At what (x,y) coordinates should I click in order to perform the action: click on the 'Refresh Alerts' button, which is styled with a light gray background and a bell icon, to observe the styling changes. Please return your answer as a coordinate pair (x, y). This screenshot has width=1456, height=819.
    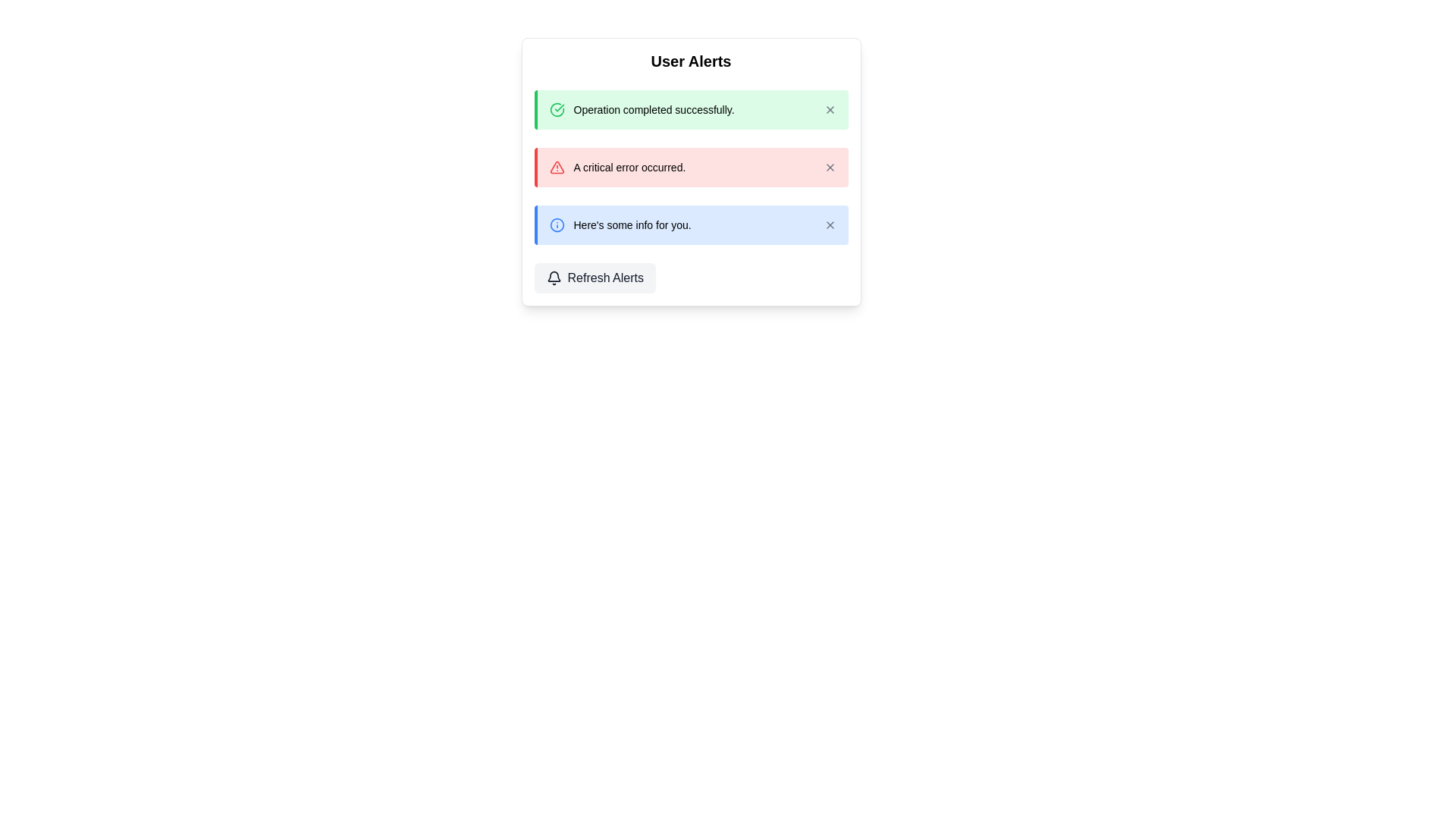
    Looking at the image, I should click on (594, 278).